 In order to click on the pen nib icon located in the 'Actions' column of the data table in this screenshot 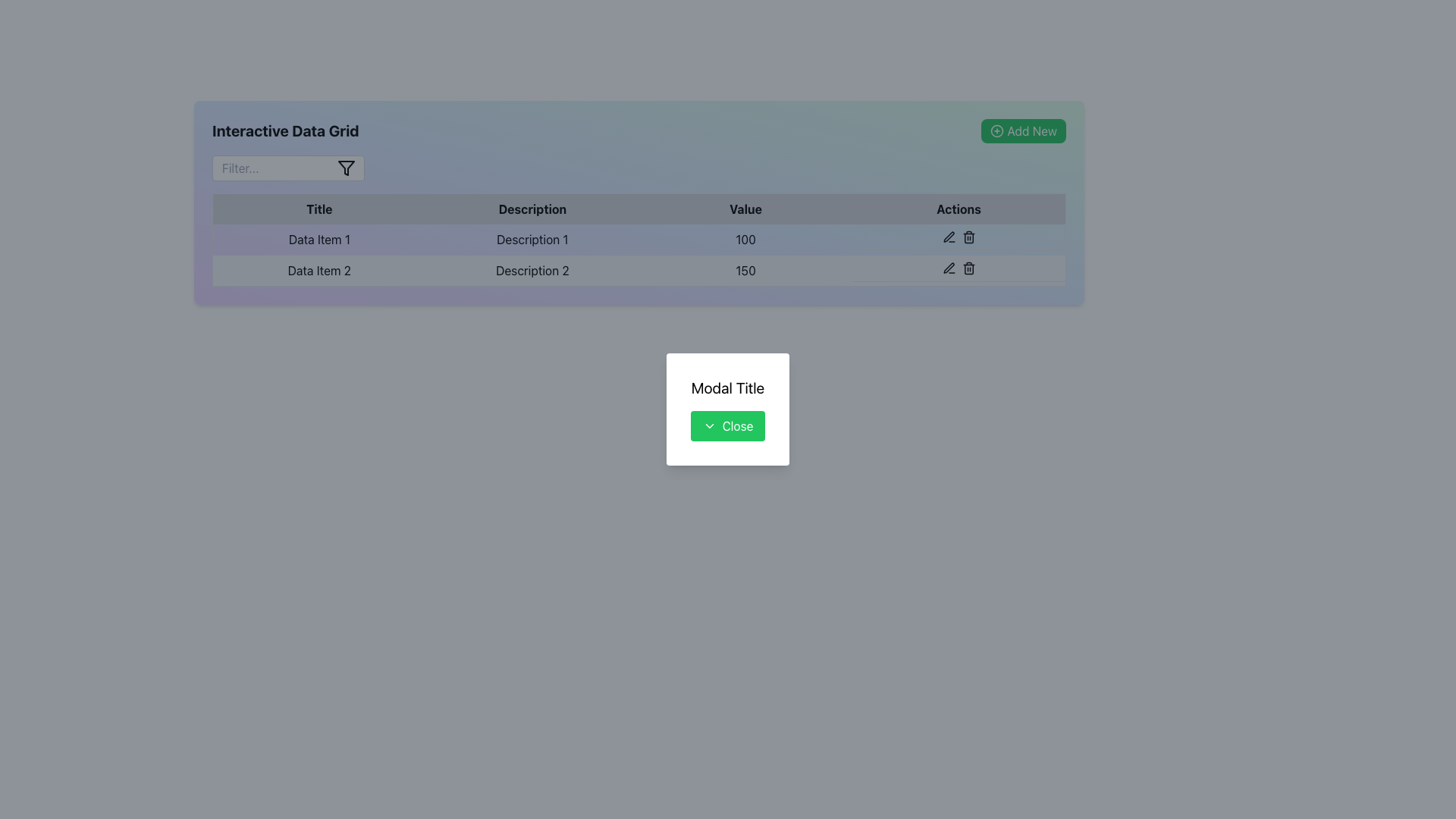, I will do `click(948, 267)`.